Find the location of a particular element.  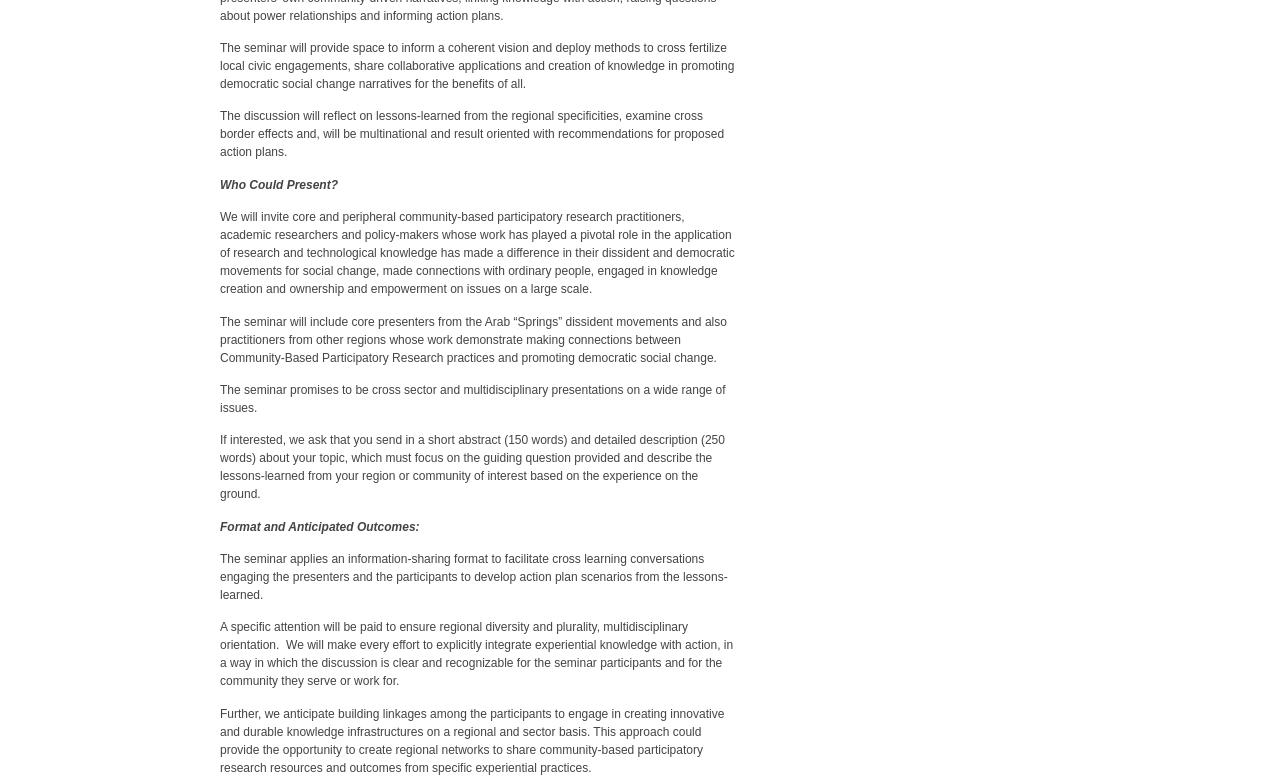

'We will invite core and peripheral community-based participatory research practitioners, academic researchers and policy-makers whose work has played a pivotal role in the application of research and technological knowledge has made a difference in their dissident and democratic movements for social change, made connections with ordinary people, engaged in knowledge creation and ownership and empowerment on issues on a large scale.' is located at coordinates (476, 252).